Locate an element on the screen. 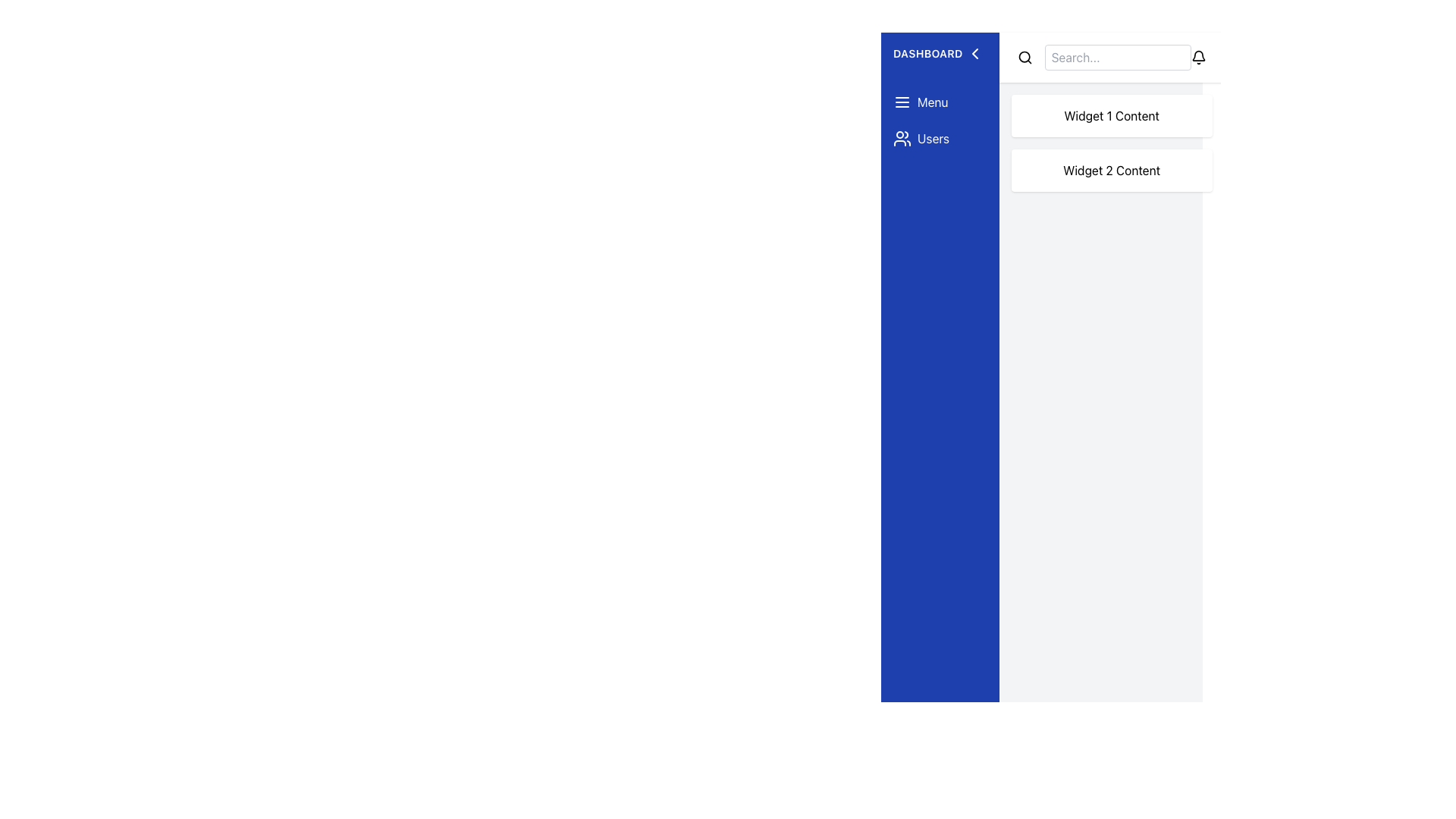 This screenshot has width=1456, height=819. the inner circular graphical component of the search icon located at the top-right of the application interface is located at coordinates (1024, 56).